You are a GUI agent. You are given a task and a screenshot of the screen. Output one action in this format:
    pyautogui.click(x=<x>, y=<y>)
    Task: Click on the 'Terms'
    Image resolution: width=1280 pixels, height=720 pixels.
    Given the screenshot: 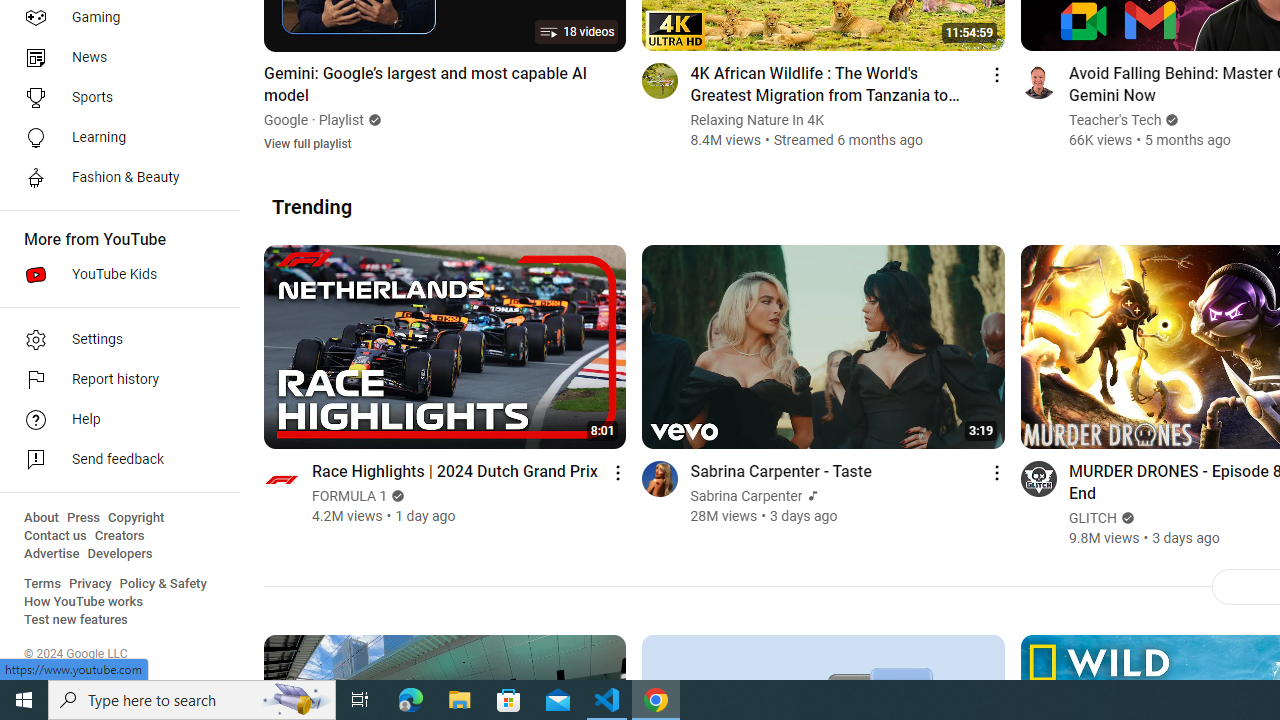 What is the action you would take?
    pyautogui.click(x=42, y=584)
    